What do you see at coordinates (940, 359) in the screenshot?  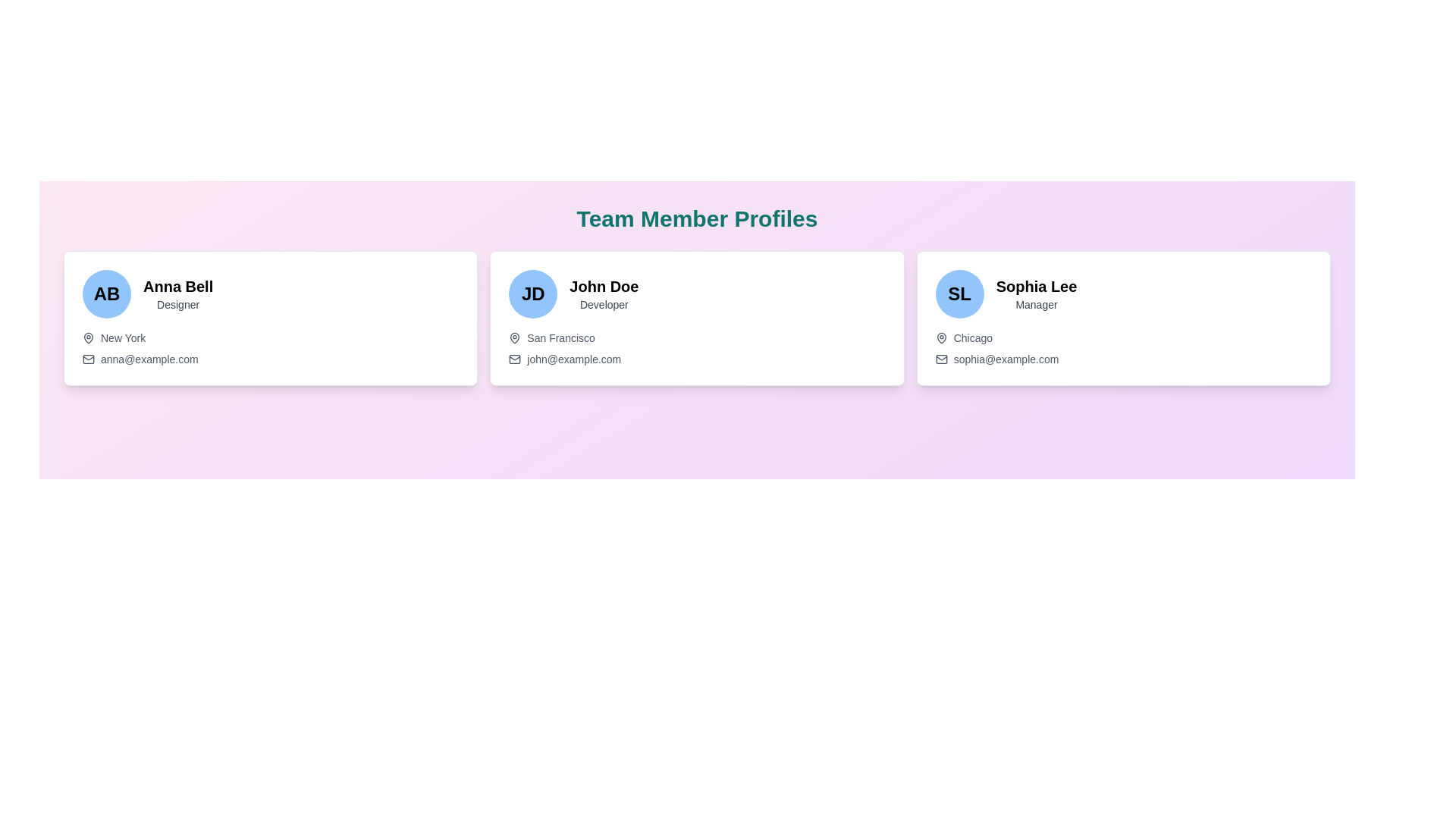 I see `the icon element located in the bottom-right corner of the card labeled 'Sophia Lee', next to the email text` at bounding box center [940, 359].